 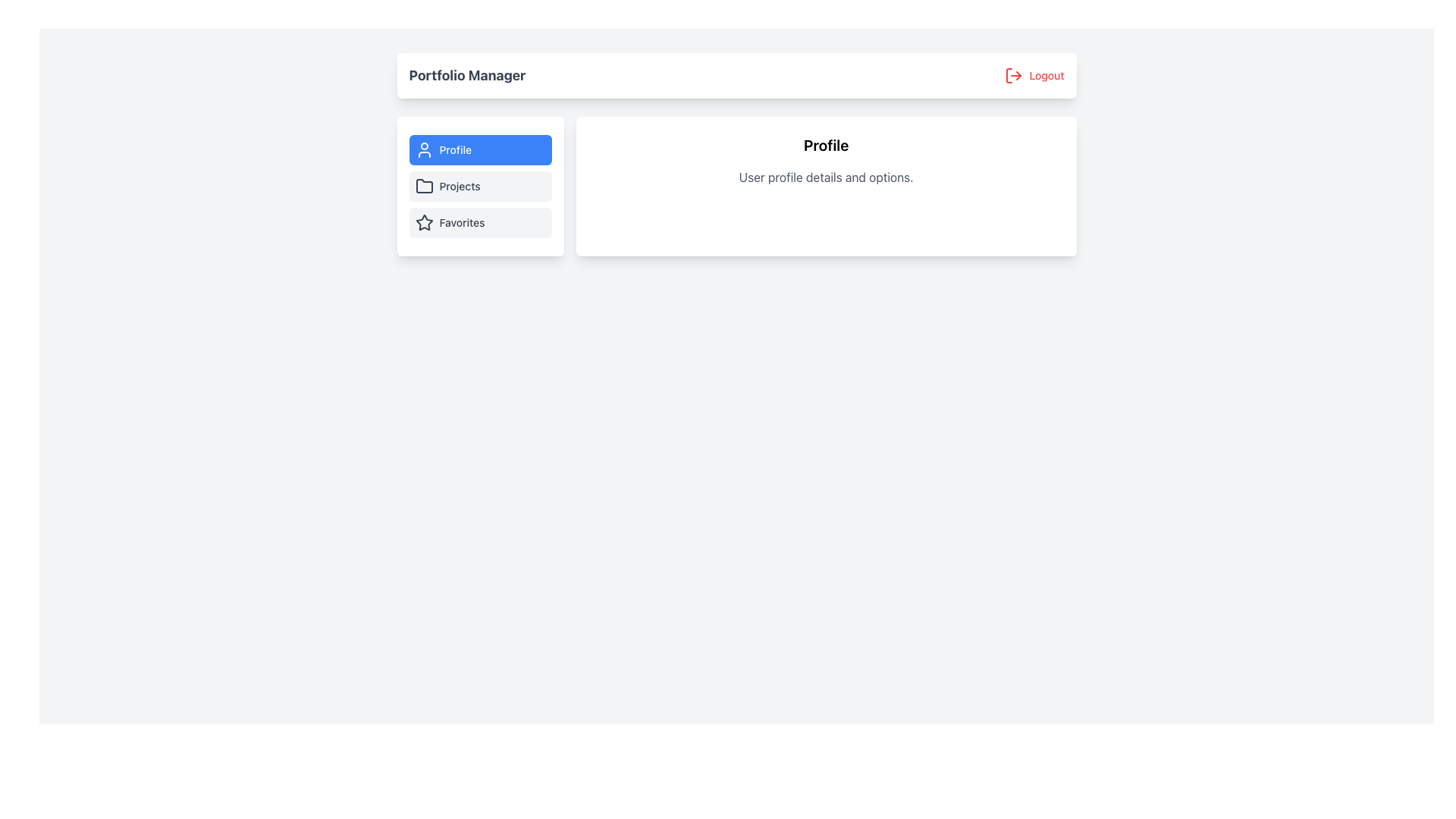 I want to click on the 'Favorites' button, which is the third item in the vertical menu on the left panel, below 'Profile' and 'Projects', to change its highlight style, so click(x=479, y=222).